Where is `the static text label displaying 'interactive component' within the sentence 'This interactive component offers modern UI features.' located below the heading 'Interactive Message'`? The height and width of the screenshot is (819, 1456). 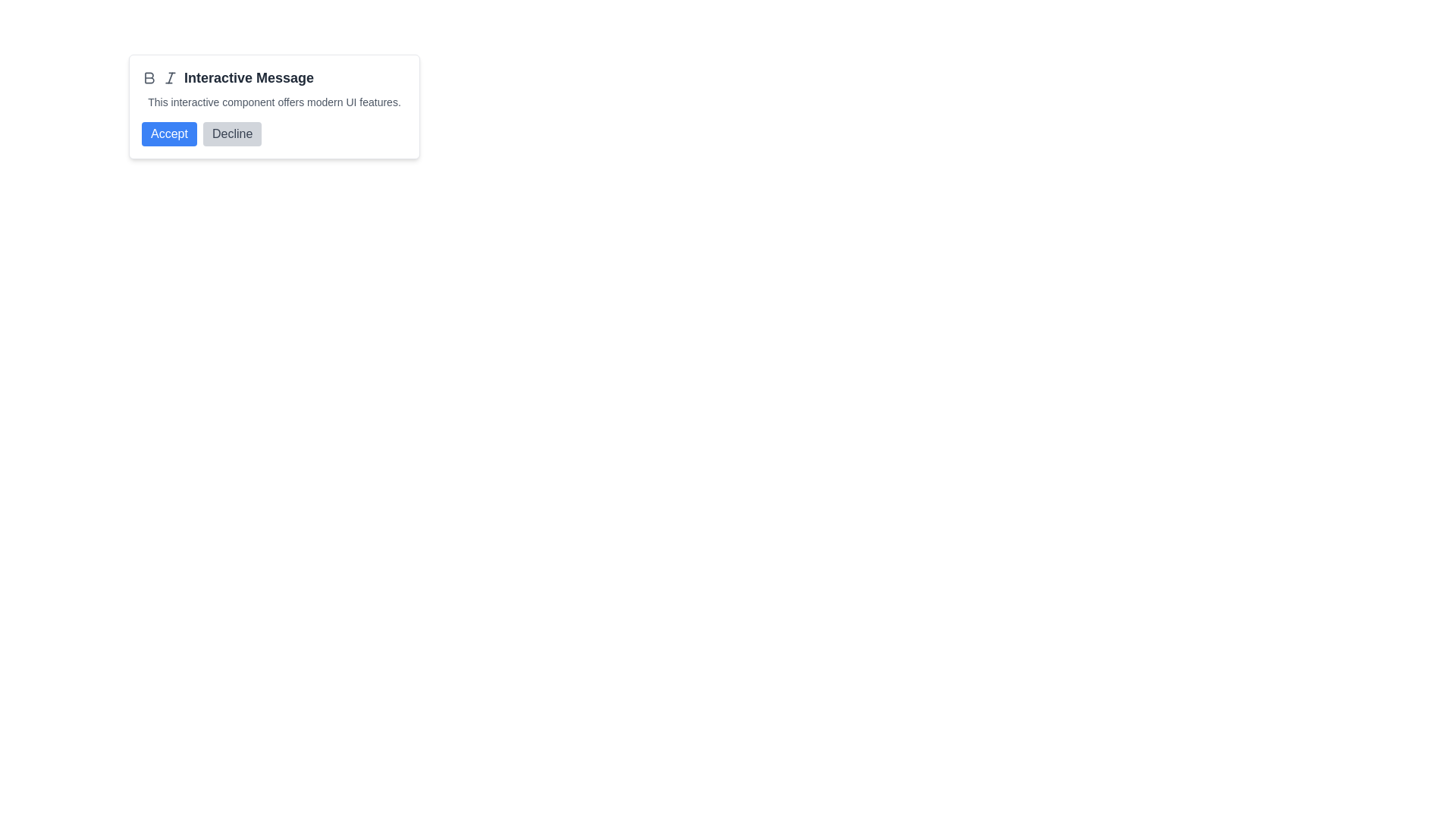 the static text label displaying 'interactive component' within the sentence 'This interactive component offers modern UI features.' located below the heading 'Interactive Message' is located at coordinates (221, 102).